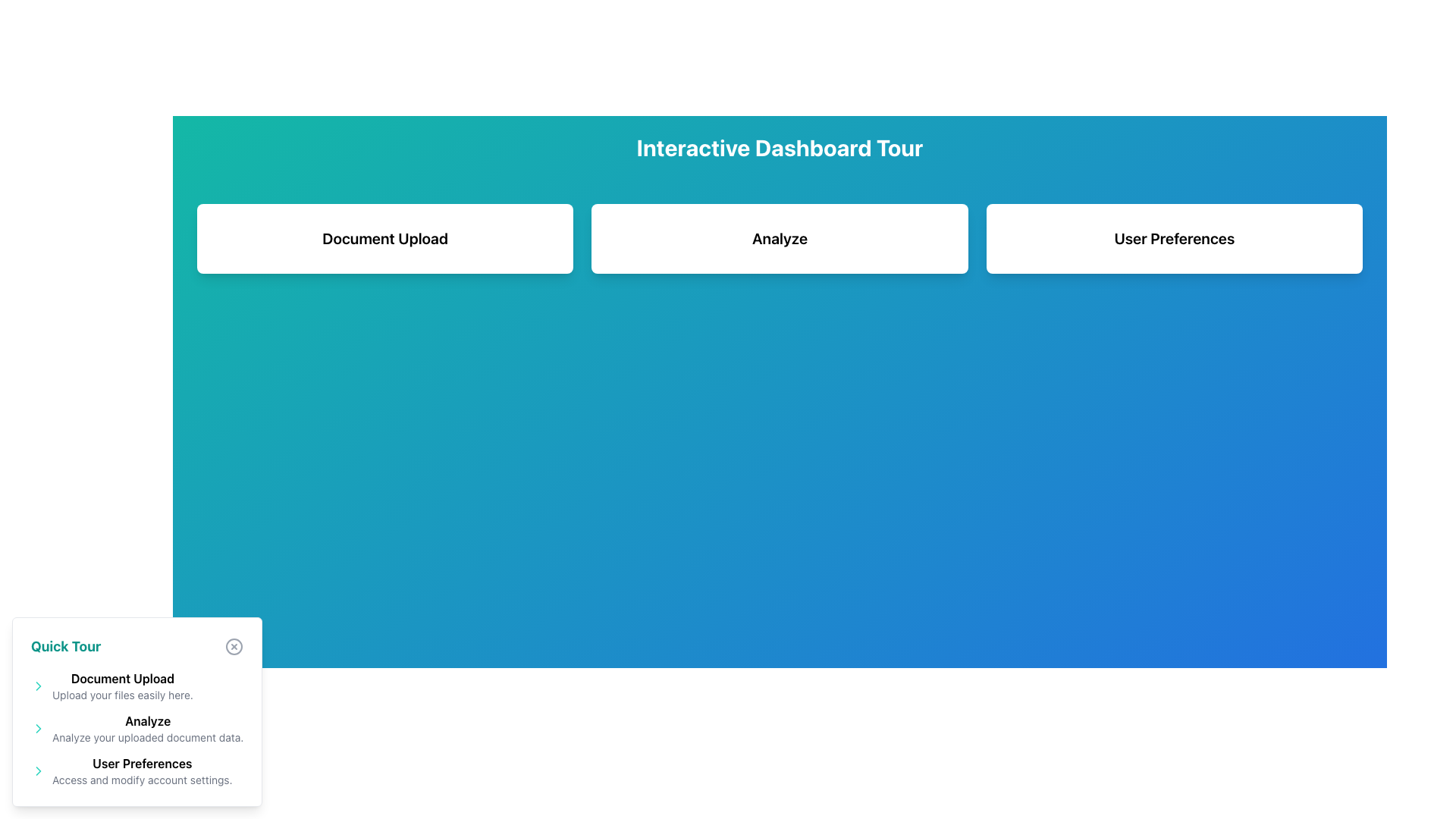 The image size is (1456, 819). What do you see at coordinates (39, 686) in the screenshot?
I see `the chevron icon indicating expandability or navigation associated with the 'Document Upload' option` at bounding box center [39, 686].